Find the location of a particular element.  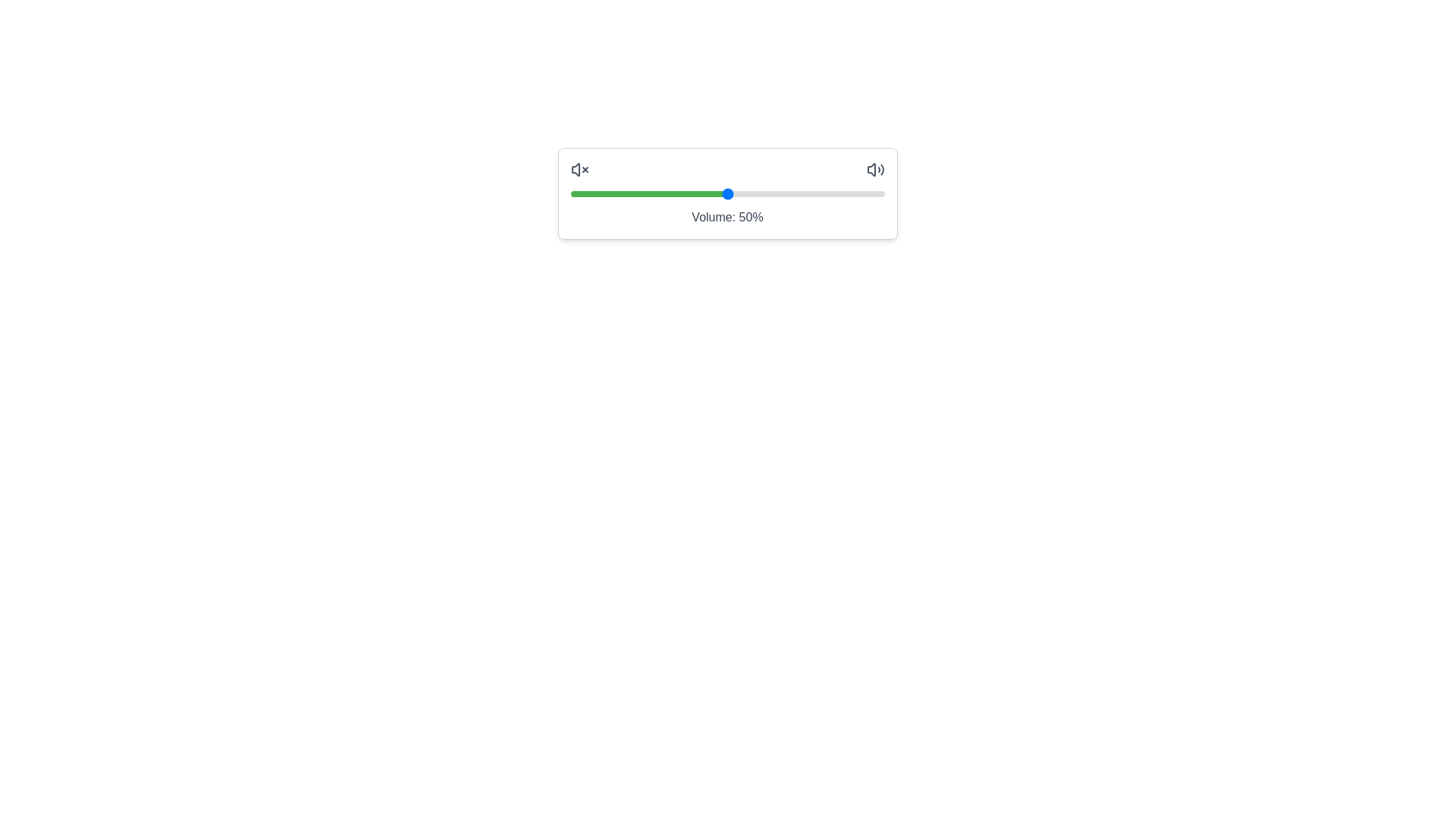

the slider is located at coordinates (701, 193).